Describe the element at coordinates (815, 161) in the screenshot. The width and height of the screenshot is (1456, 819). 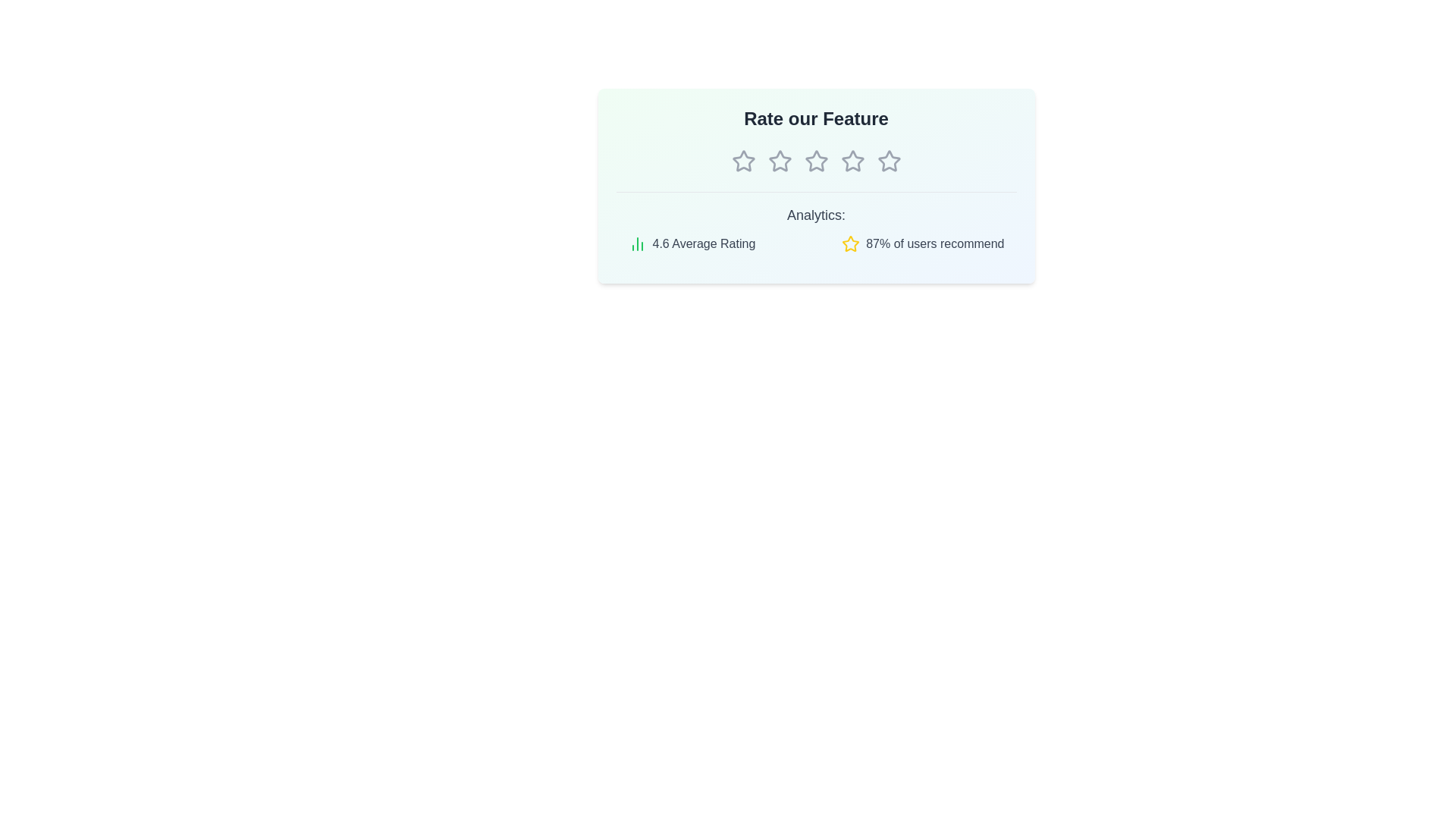
I see `the star corresponding to 3 stars to preview the rating` at that location.